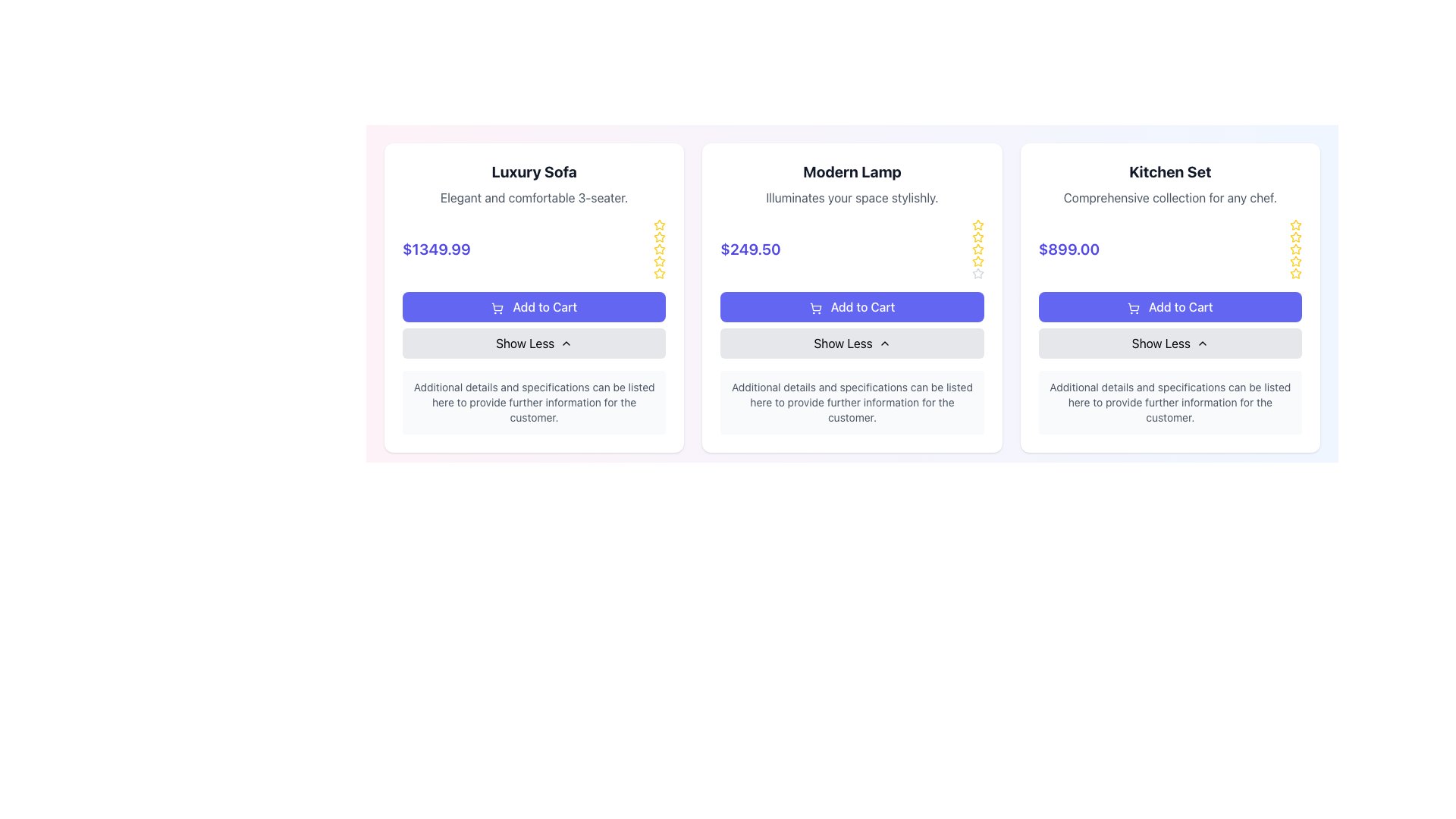 This screenshot has width=1456, height=819. What do you see at coordinates (660, 225) in the screenshot?
I see `the first star icon representing the product rating for the 'Luxury Sofa', which is located to the right of the product's price` at bounding box center [660, 225].